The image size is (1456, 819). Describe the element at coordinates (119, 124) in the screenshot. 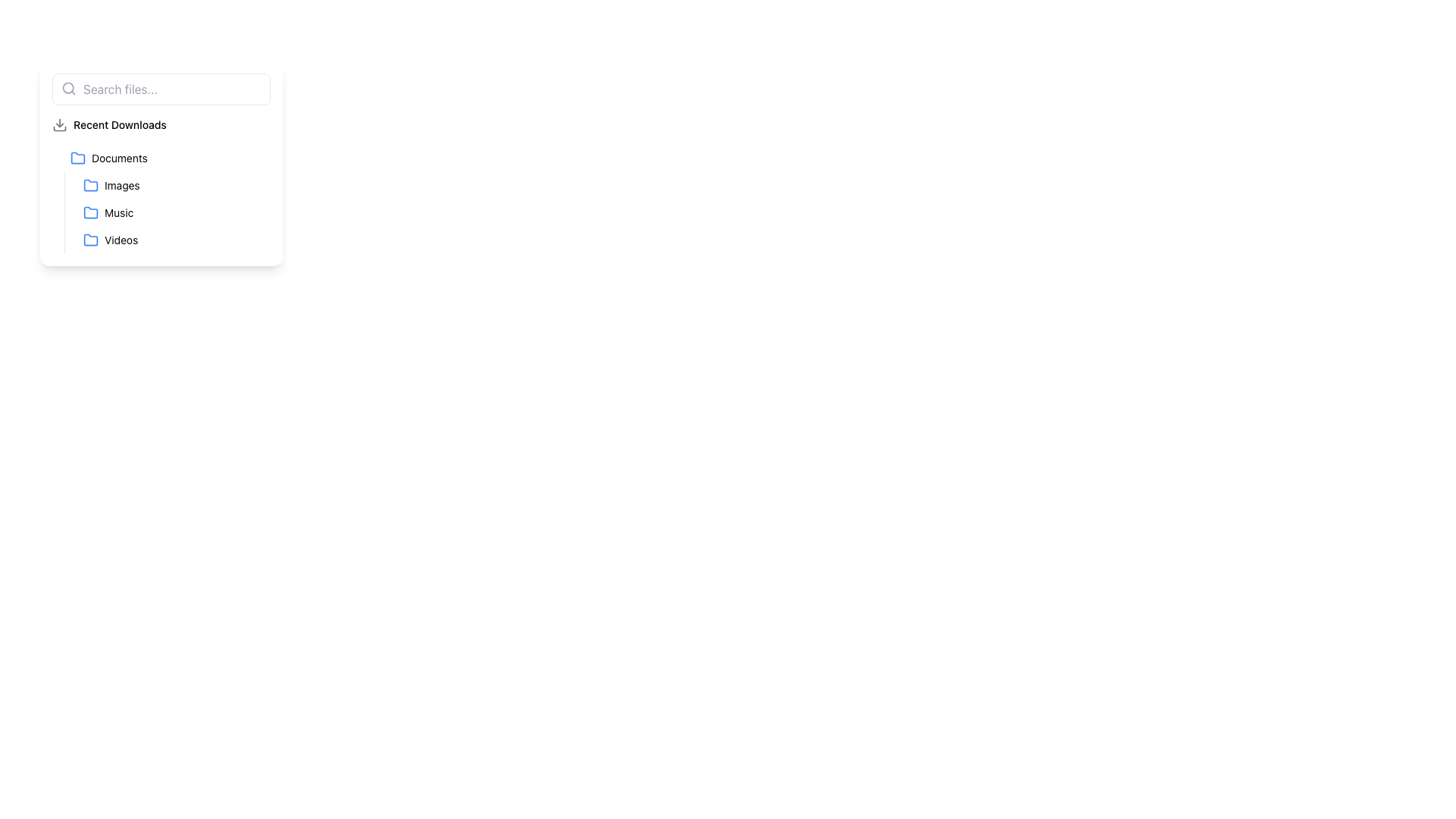

I see `the 'Recent Downloads' label` at that location.